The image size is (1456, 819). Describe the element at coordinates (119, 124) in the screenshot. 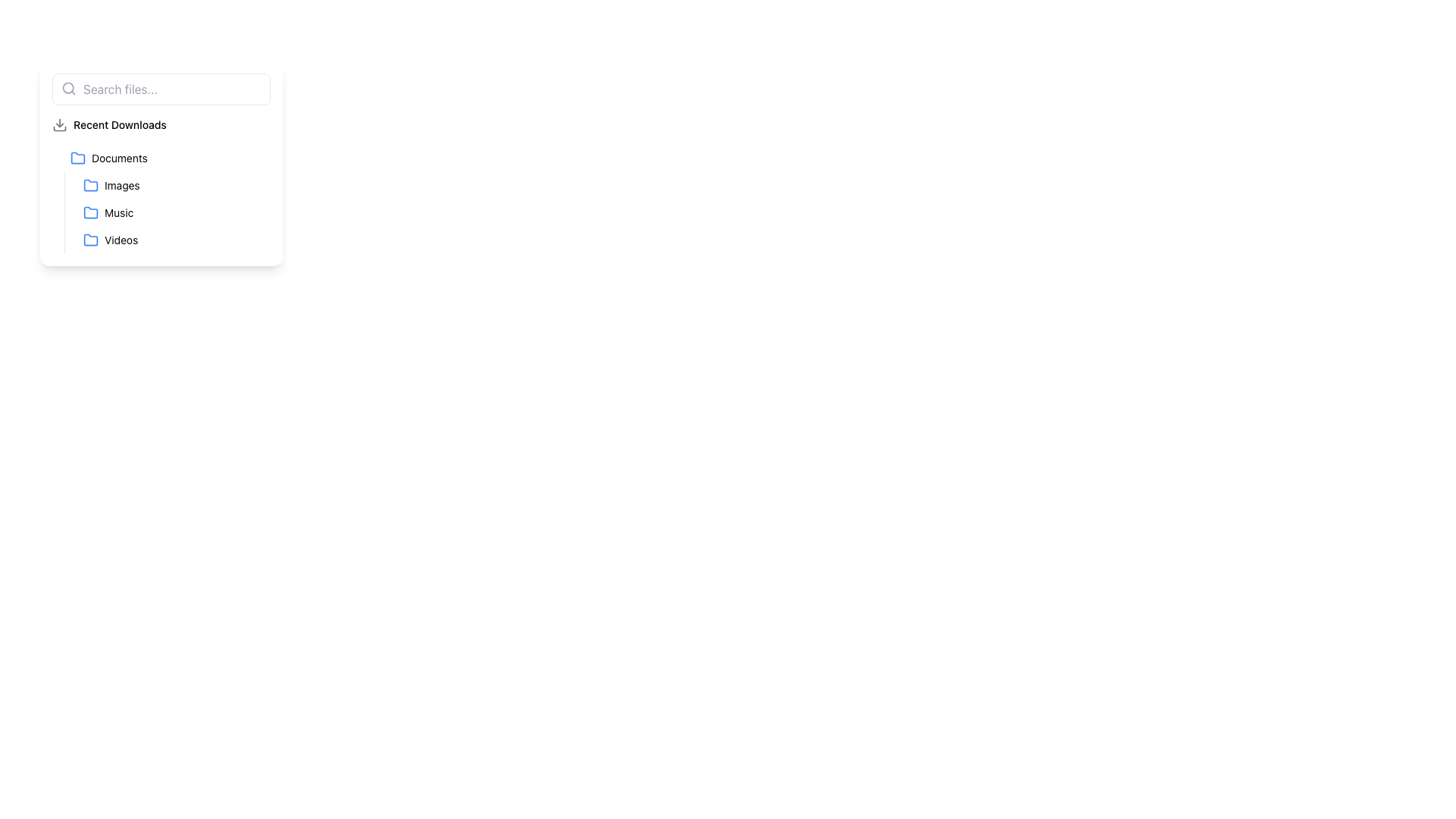

I see `the 'Recent Downloads' label` at that location.